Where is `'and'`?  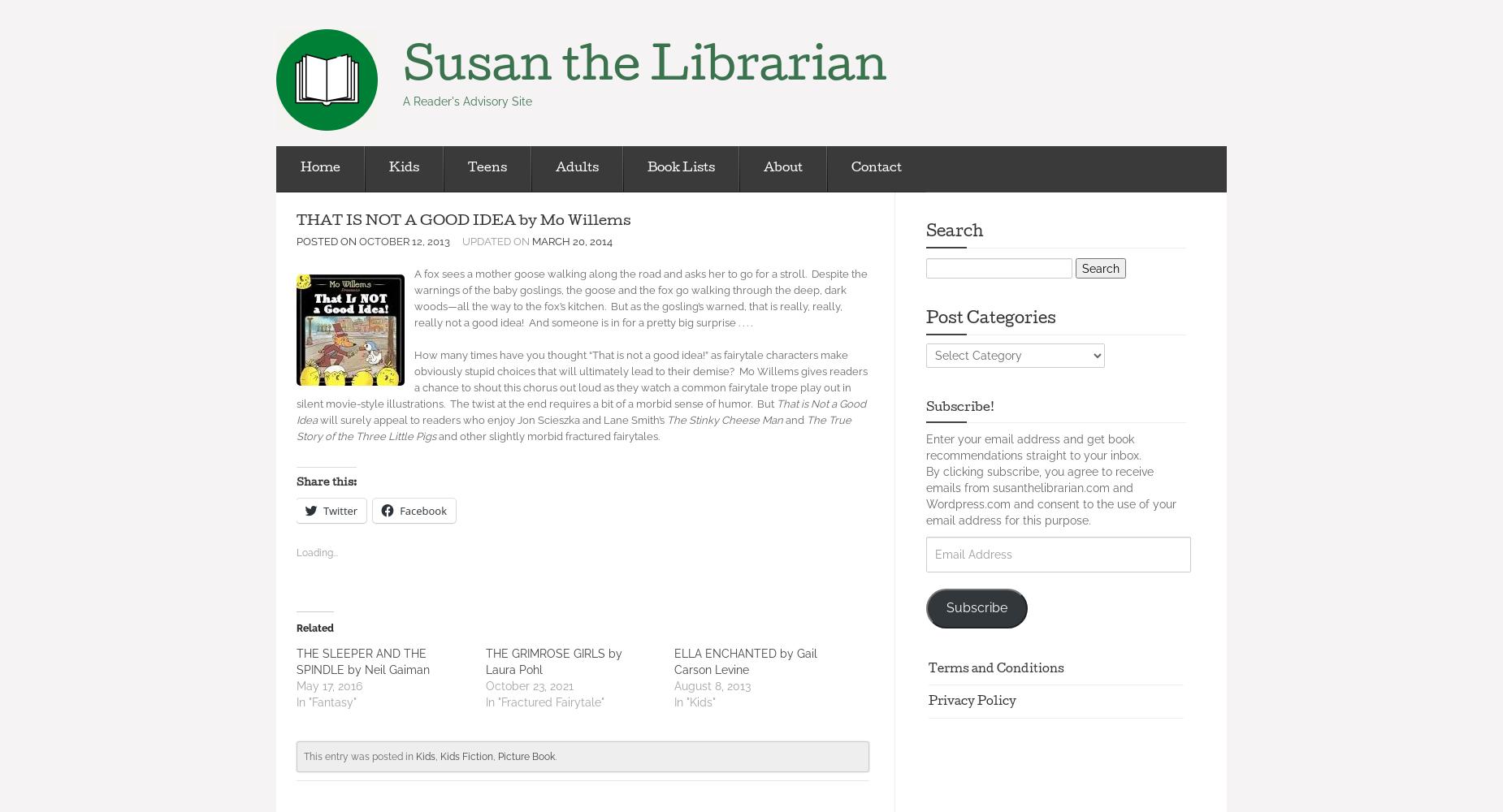 'and' is located at coordinates (795, 420).